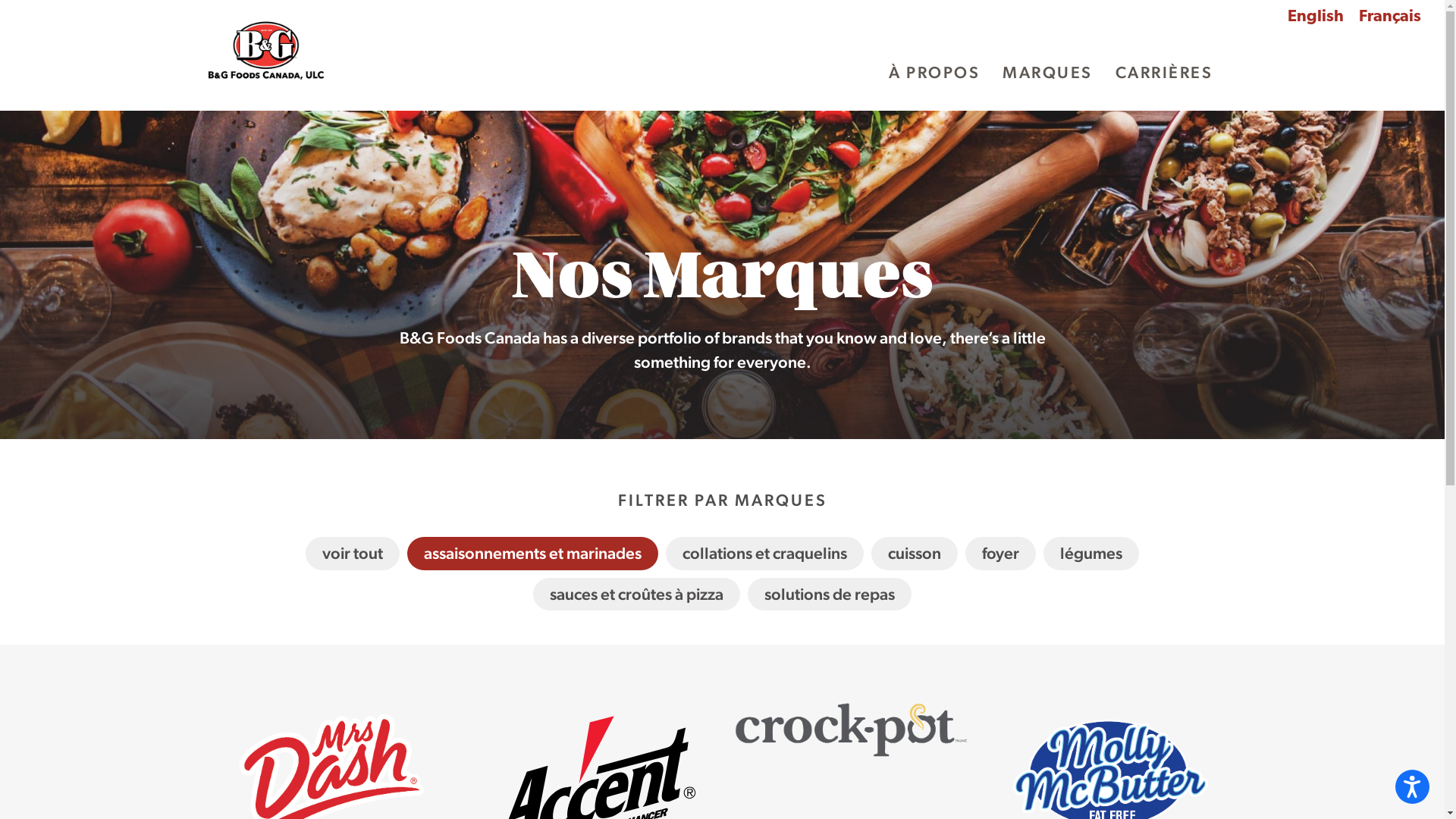  What do you see at coordinates (1050, 73) in the screenshot?
I see `'MARQUES'` at bounding box center [1050, 73].